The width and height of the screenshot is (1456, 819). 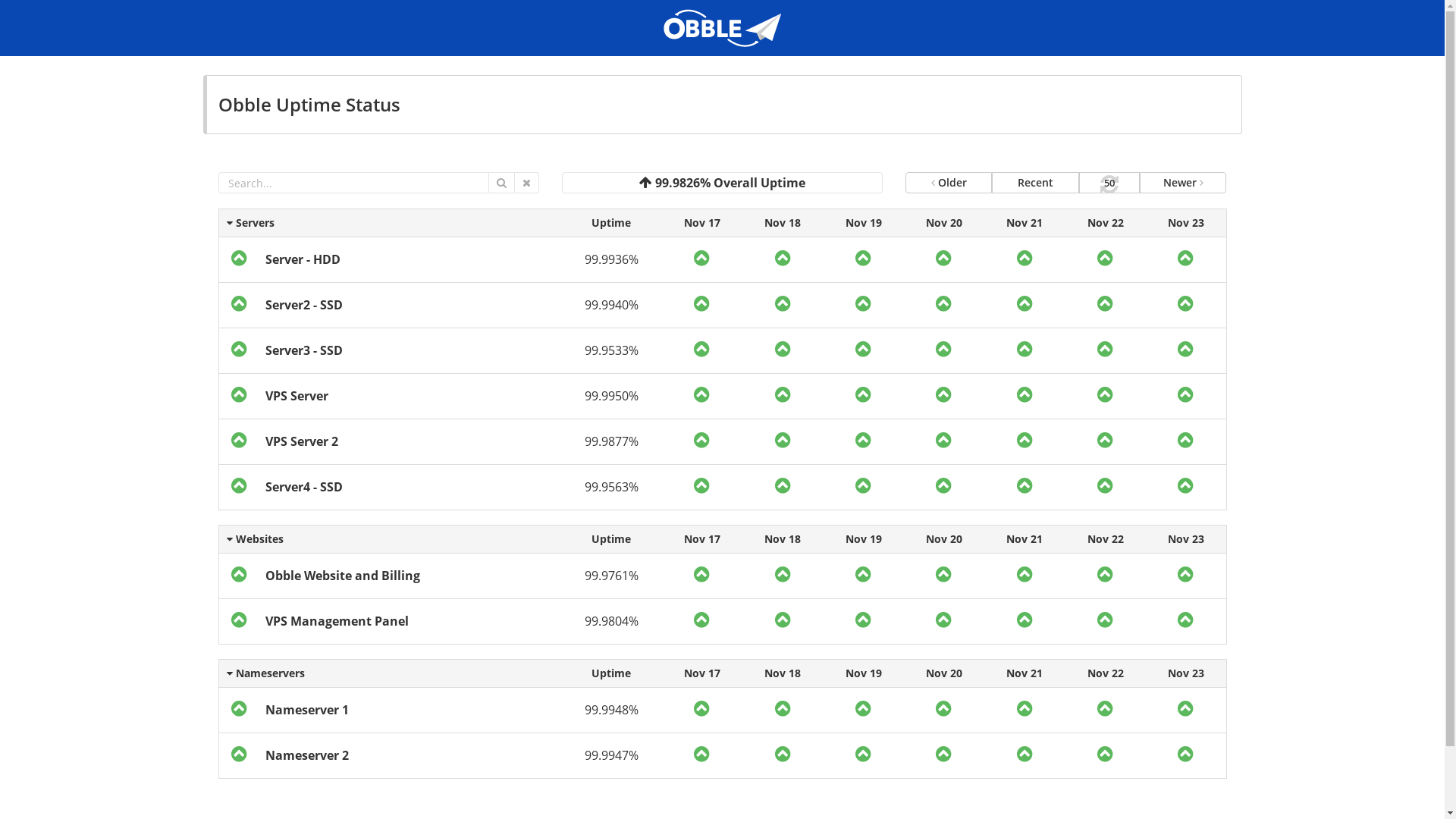 What do you see at coordinates (611, 394) in the screenshot?
I see `'99.9950%'` at bounding box center [611, 394].